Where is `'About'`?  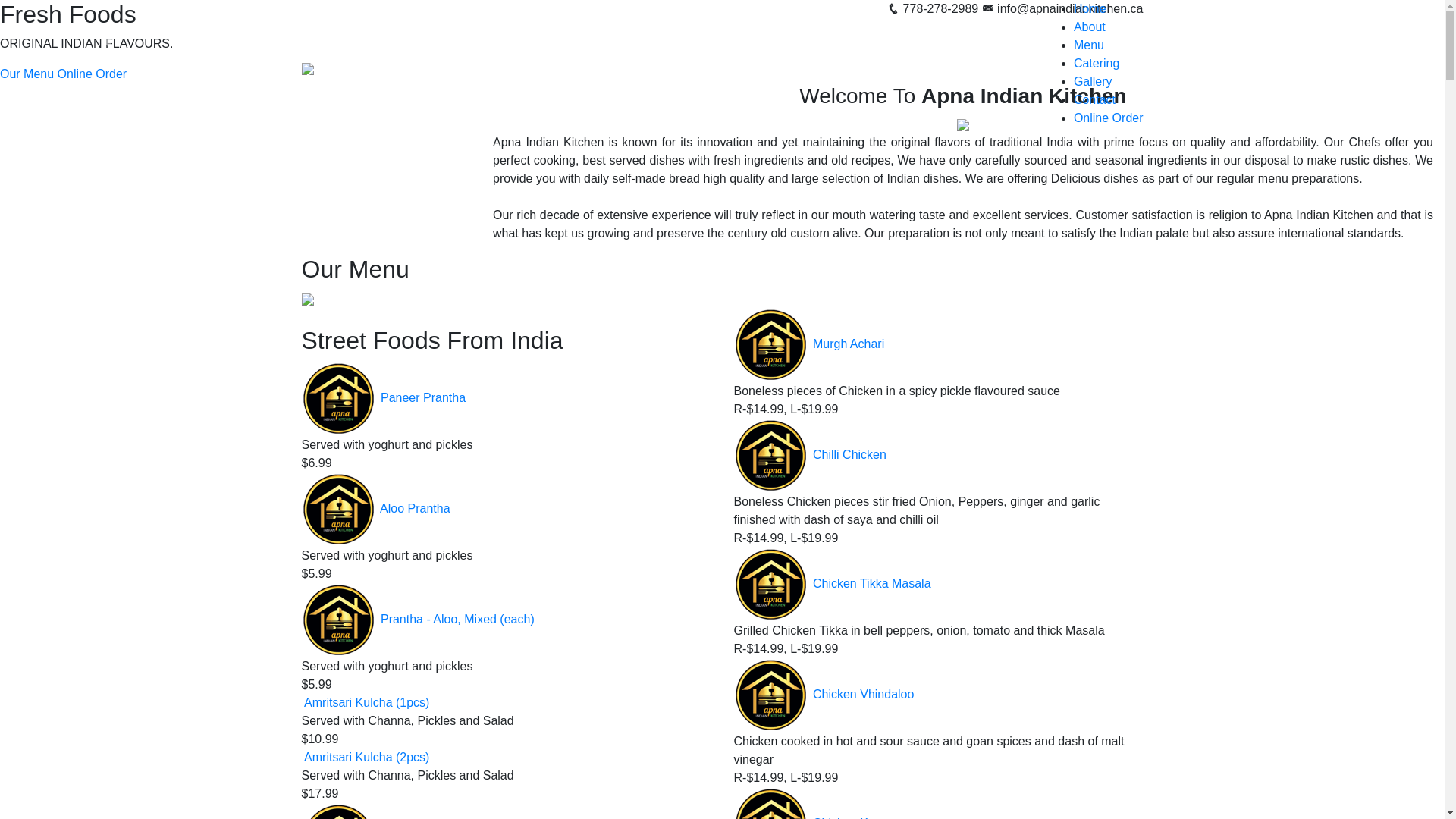
'About' is located at coordinates (1088, 27).